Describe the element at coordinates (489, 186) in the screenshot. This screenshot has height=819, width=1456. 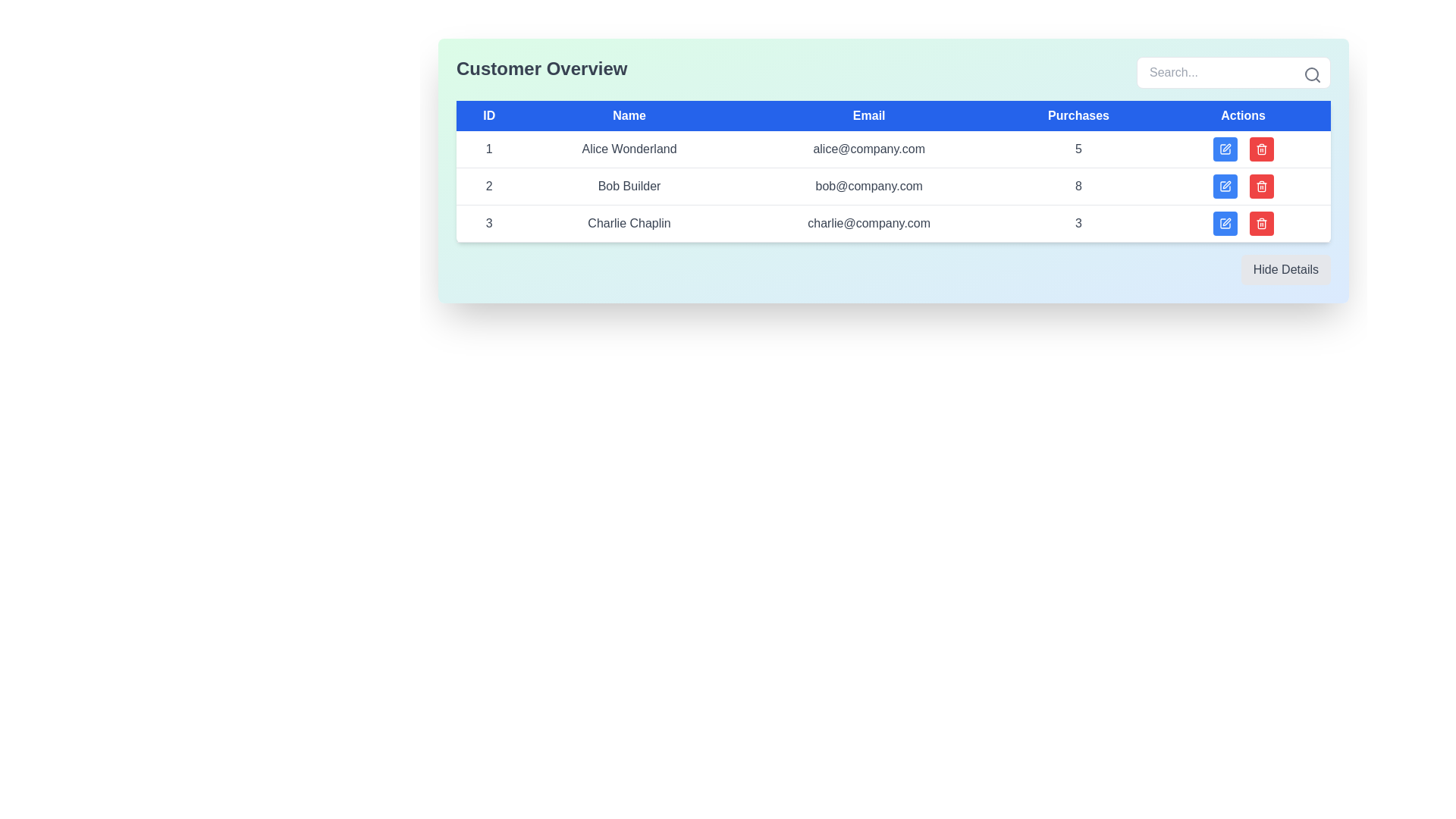
I see `text display element showing the value '2' located in the second row of the table under the 'ID' column` at that location.